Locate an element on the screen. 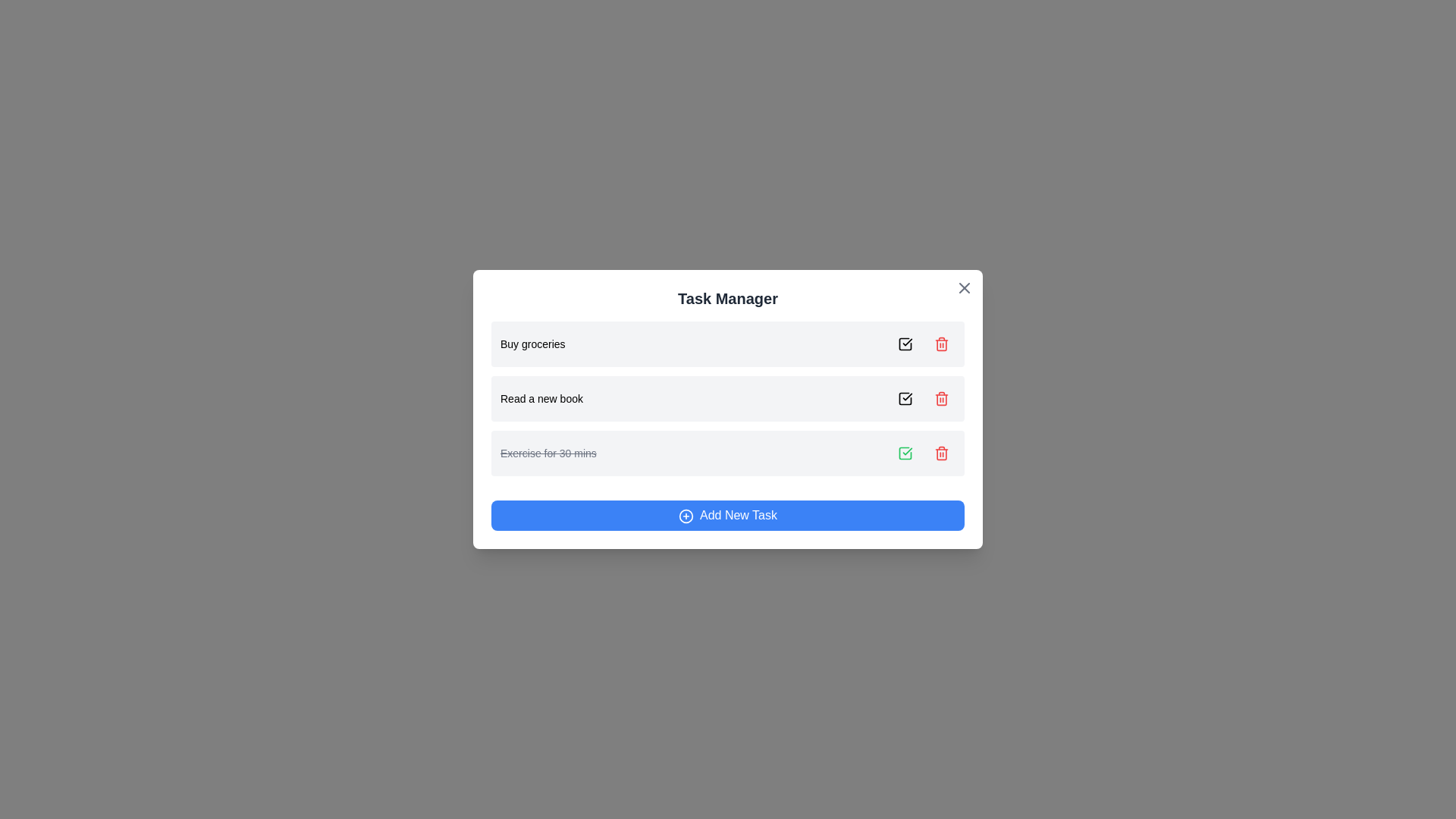  the Checkbox-like icon next to 'Read a new book' to mark the task as complete is located at coordinates (905, 397).